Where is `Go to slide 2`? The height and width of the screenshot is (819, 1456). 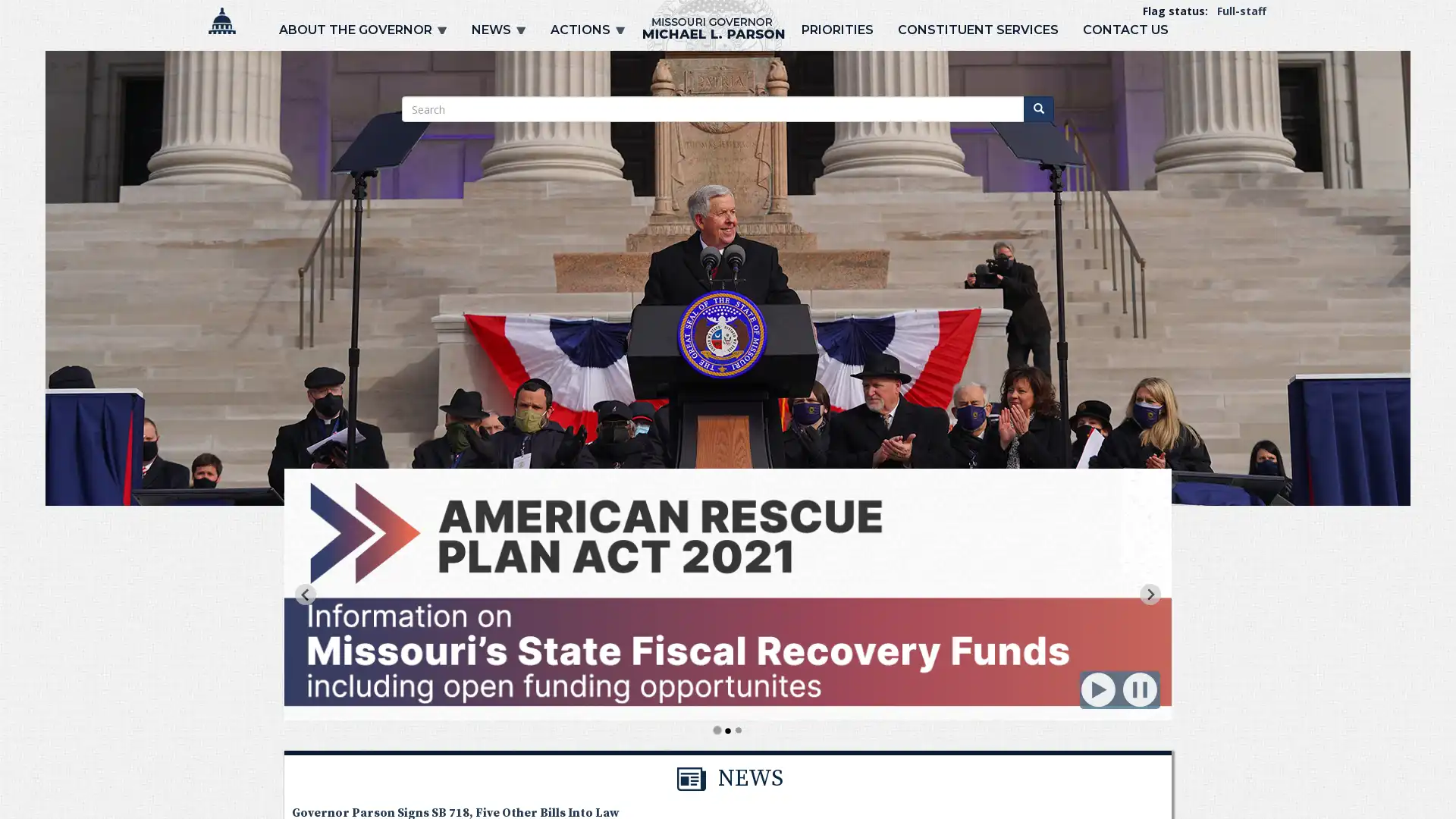 Go to slide 2 is located at coordinates (728, 730).